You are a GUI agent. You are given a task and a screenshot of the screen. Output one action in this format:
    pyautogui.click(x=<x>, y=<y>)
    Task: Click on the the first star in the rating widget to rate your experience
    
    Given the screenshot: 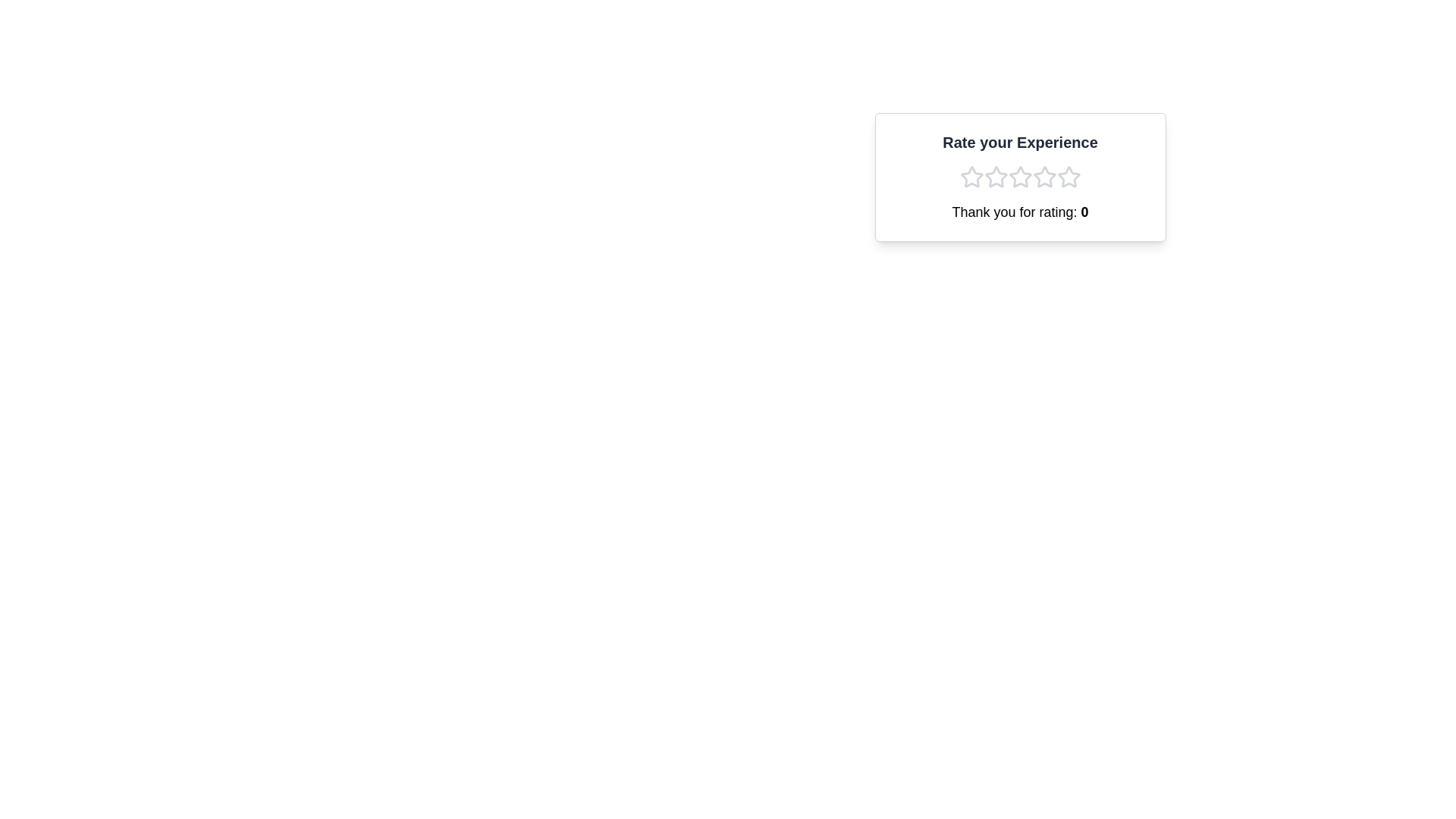 What is the action you would take?
    pyautogui.click(x=971, y=176)
    